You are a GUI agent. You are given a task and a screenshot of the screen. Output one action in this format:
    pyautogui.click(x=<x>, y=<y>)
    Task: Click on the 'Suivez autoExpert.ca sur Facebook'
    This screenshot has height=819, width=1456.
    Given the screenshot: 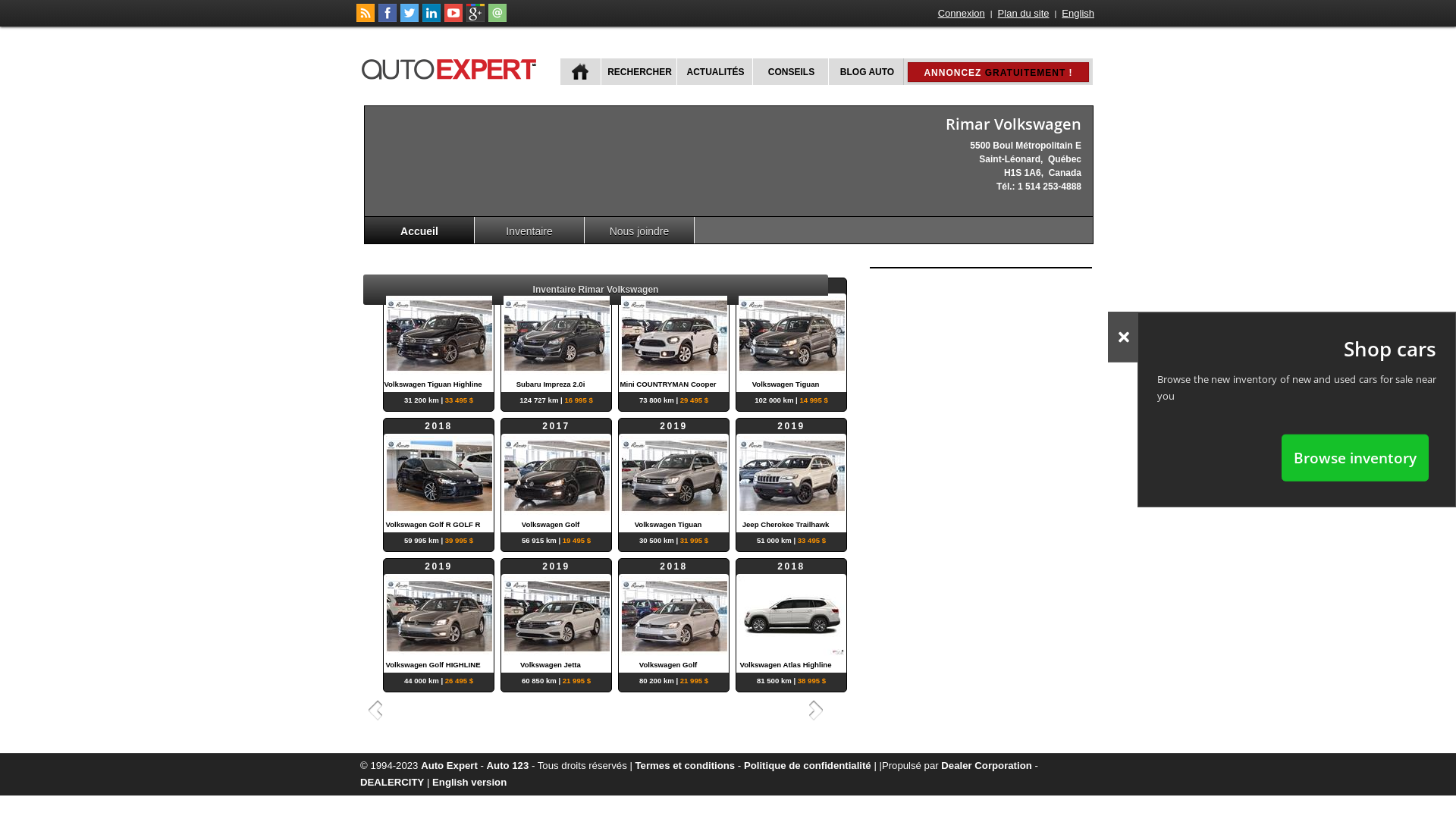 What is the action you would take?
    pyautogui.click(x=387, y=18)
    